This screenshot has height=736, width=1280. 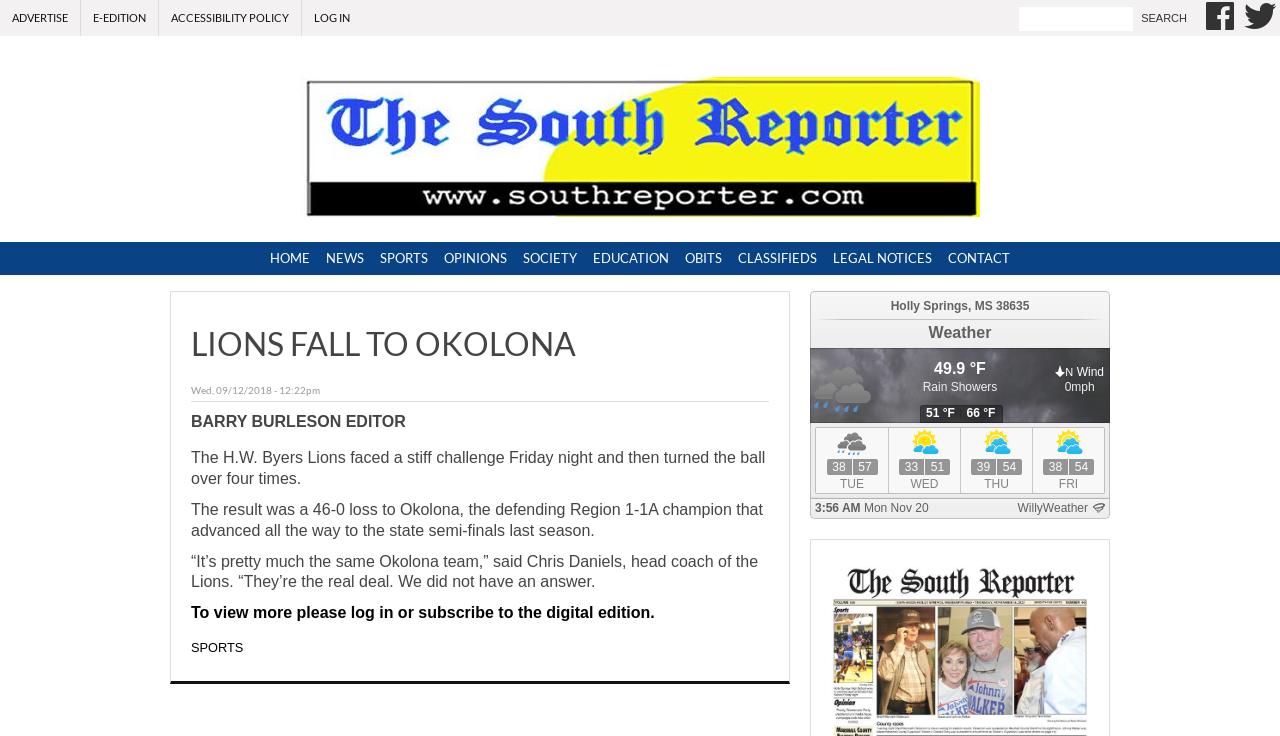 What do you see at coordinates (978, 257) in the screenshot?
I see `'Contact'` at bounding box center [978, 257].